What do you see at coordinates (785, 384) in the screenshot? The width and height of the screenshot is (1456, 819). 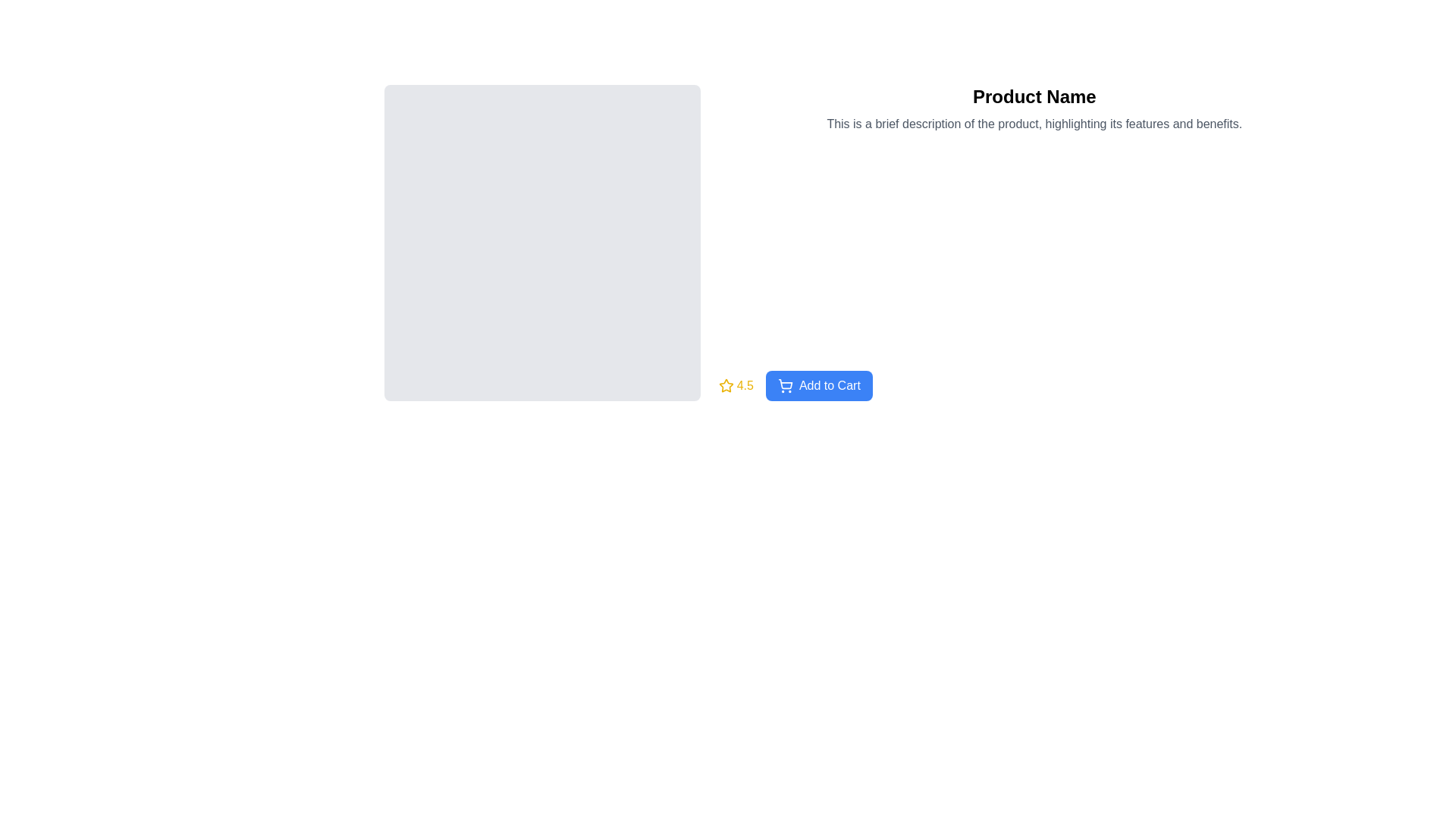 I see `the 'Add` at bounding box center [785, 384].